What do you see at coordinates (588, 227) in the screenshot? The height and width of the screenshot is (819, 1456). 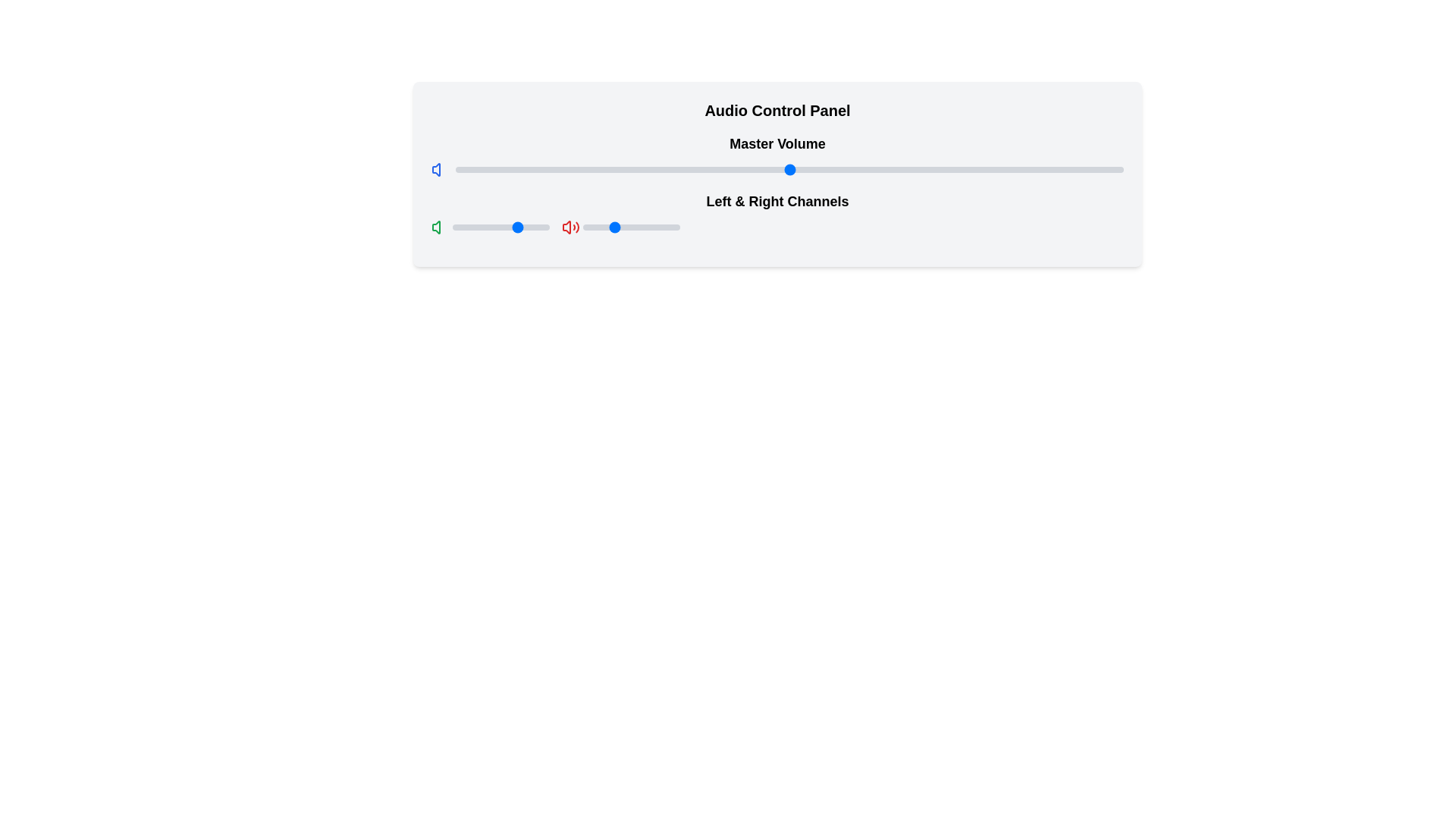 I see `the balance of left and right audio channels` at bounding box center [588, 227].